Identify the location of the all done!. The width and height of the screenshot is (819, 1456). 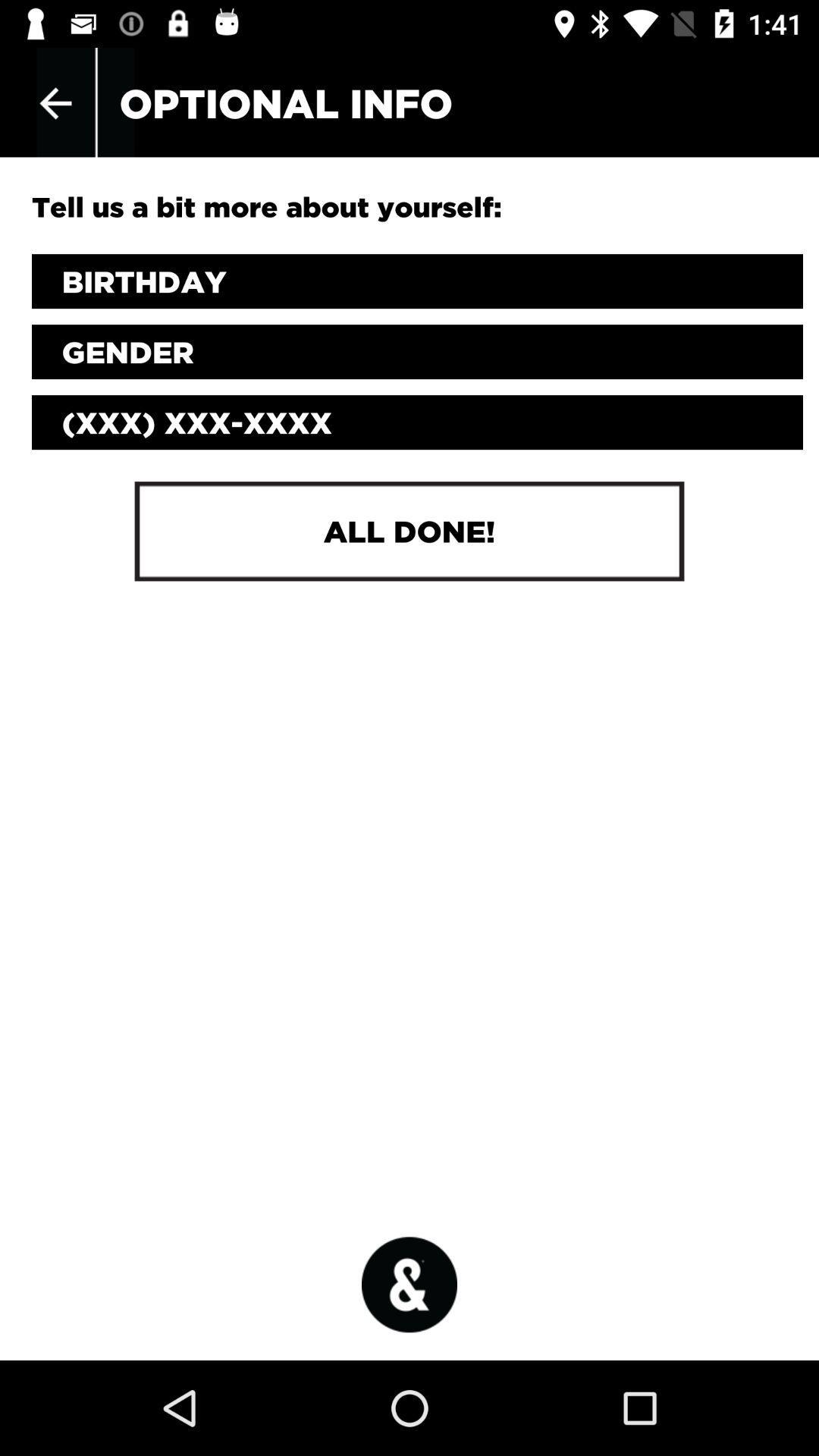
(409, 531).